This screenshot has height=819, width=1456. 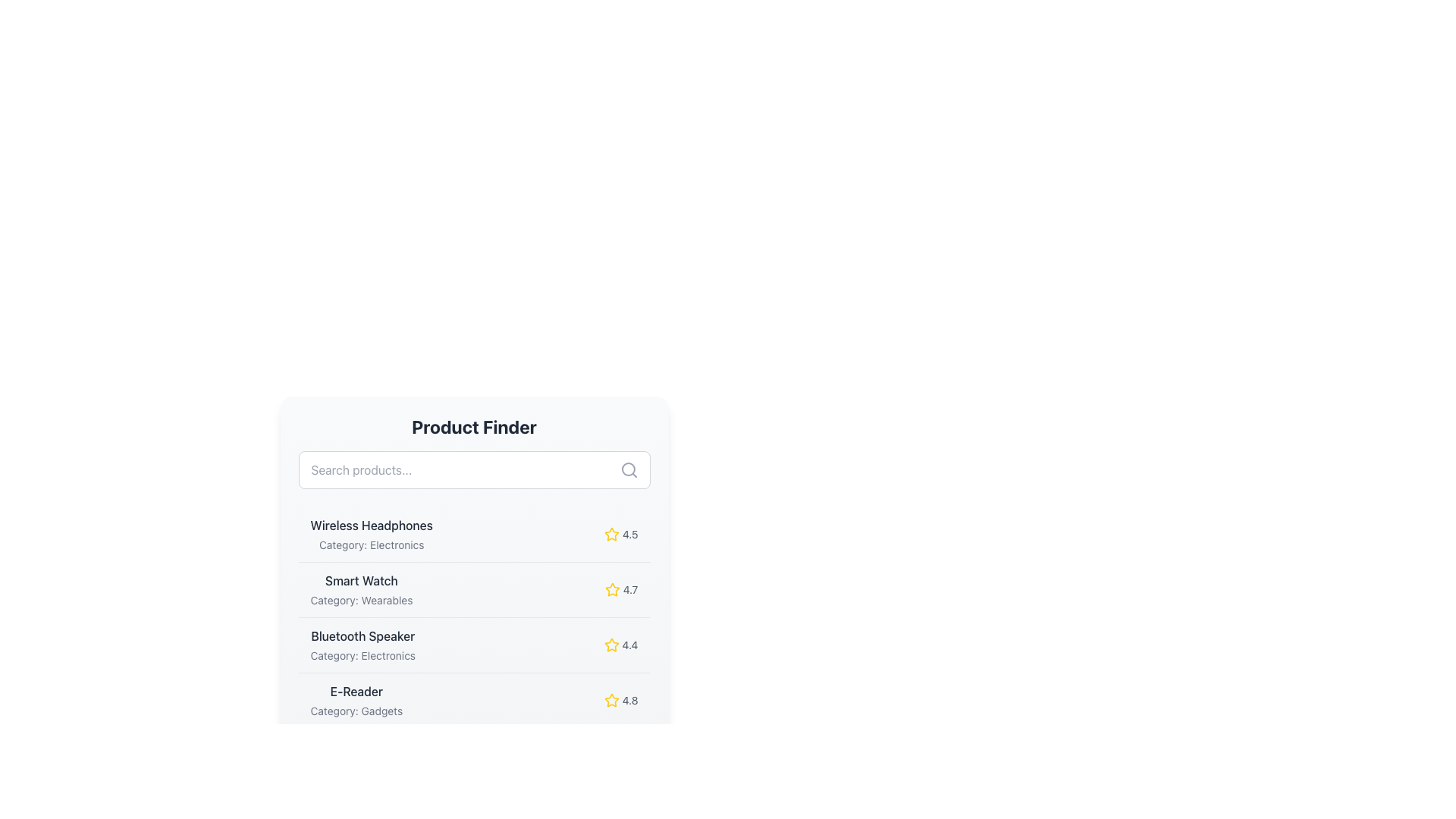 I want to click on the rating system icon located to the left of the text value '4.8', which indicates the score of an associated item in a list of entries, so click(x=611, y=701).